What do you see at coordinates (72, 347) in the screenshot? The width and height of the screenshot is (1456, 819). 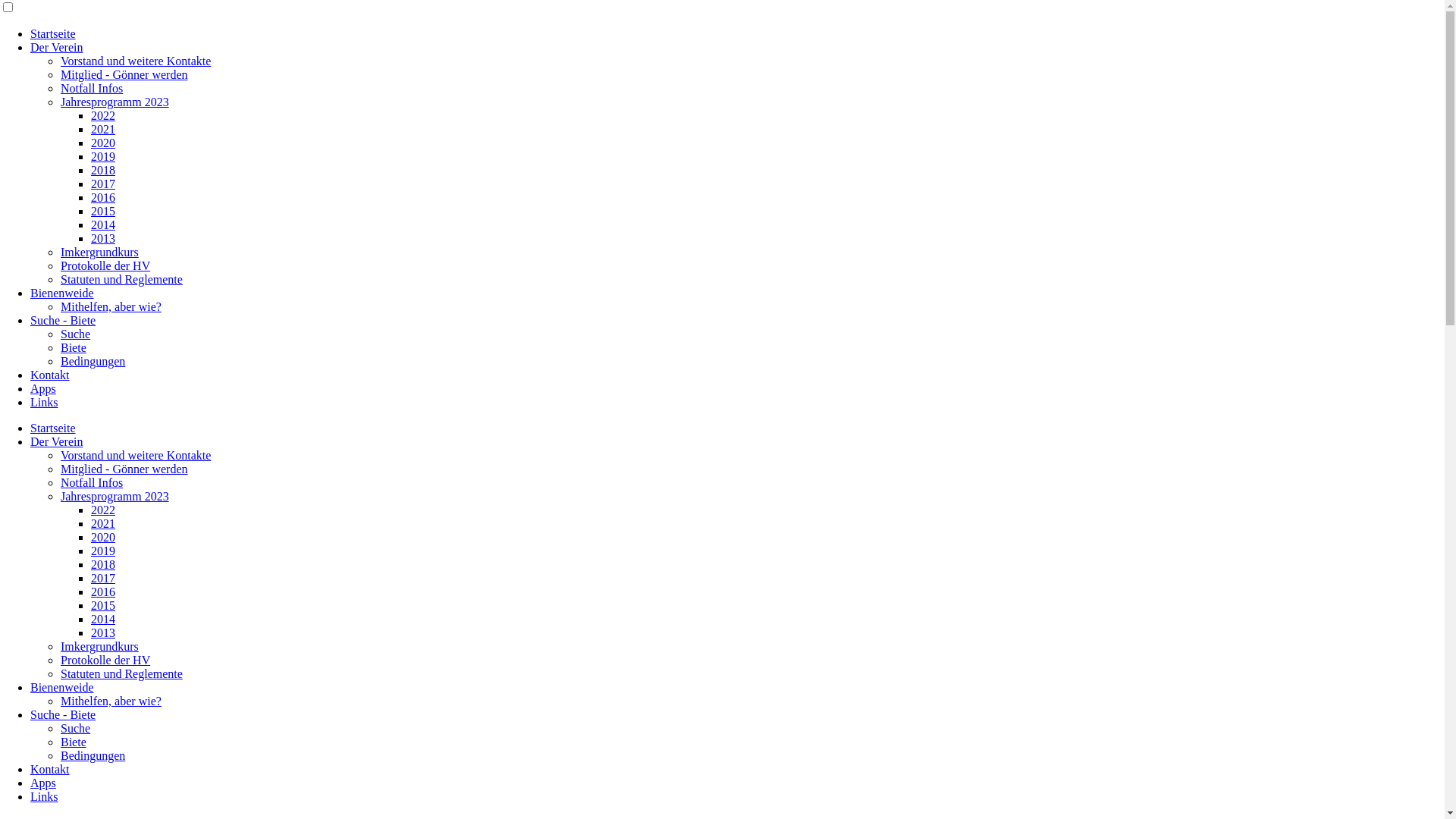 I see `'Biete'` at bounding box center [72, 347].